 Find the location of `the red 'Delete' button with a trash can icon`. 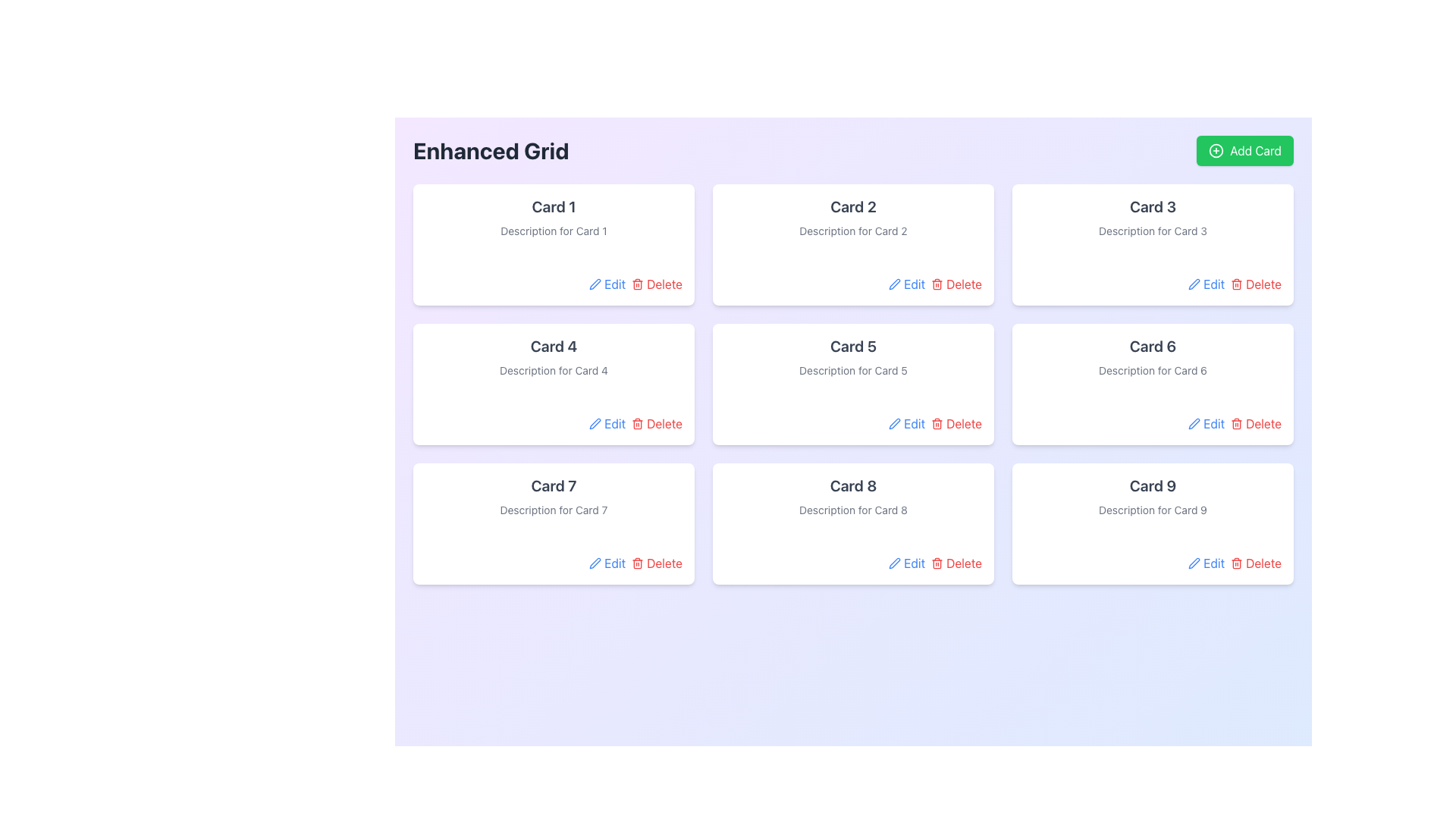

the red 'Delete' button with a trash can icon is located at coordinates (1256, 563).